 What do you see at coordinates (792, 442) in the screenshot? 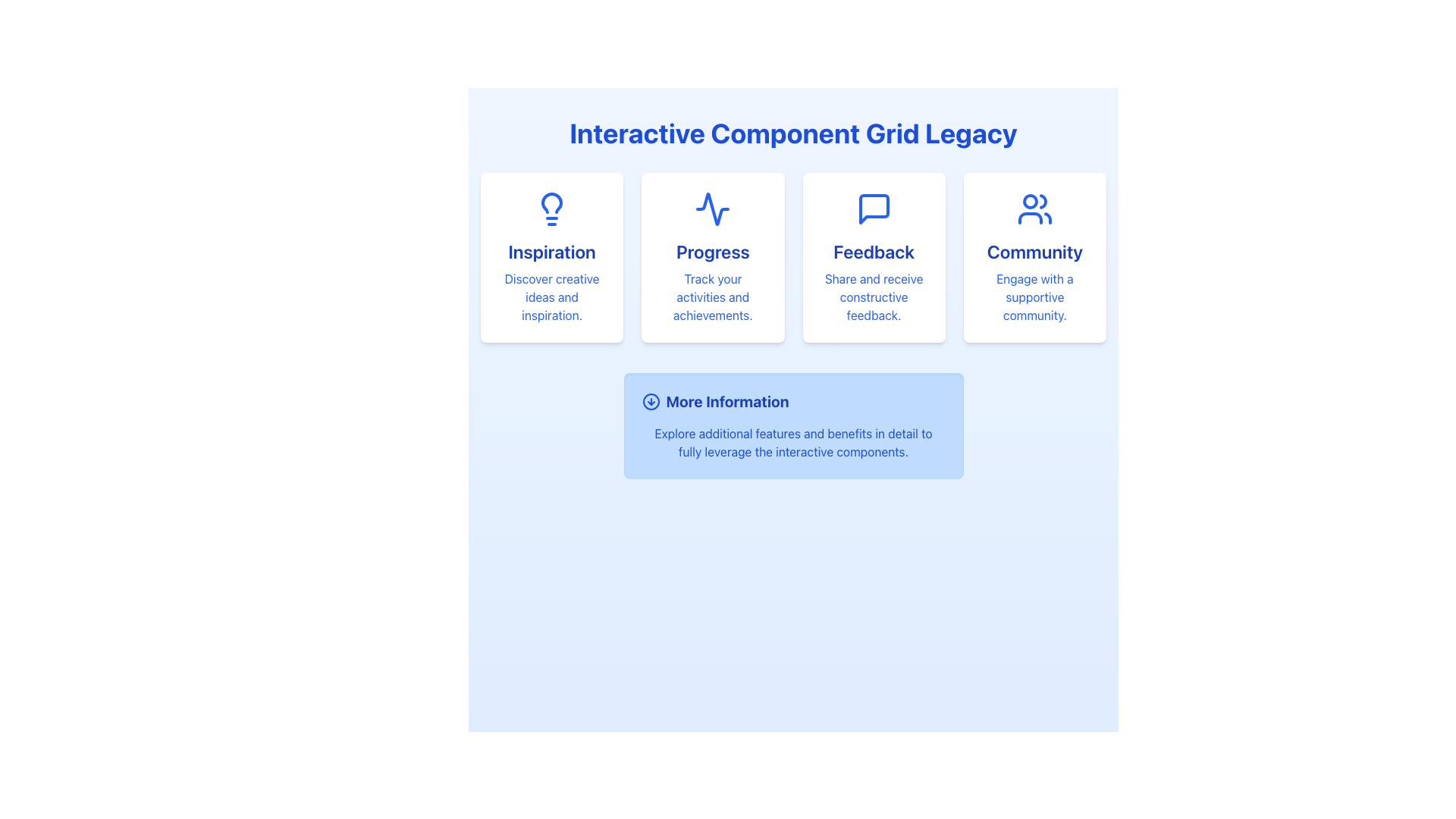
I see `the blue text element that displays the message 'Explore additional features and benefits in detail to fully leverage the interactive components.' which is located below the 'More Information' heading and icon` at bounding box center [792, 442].